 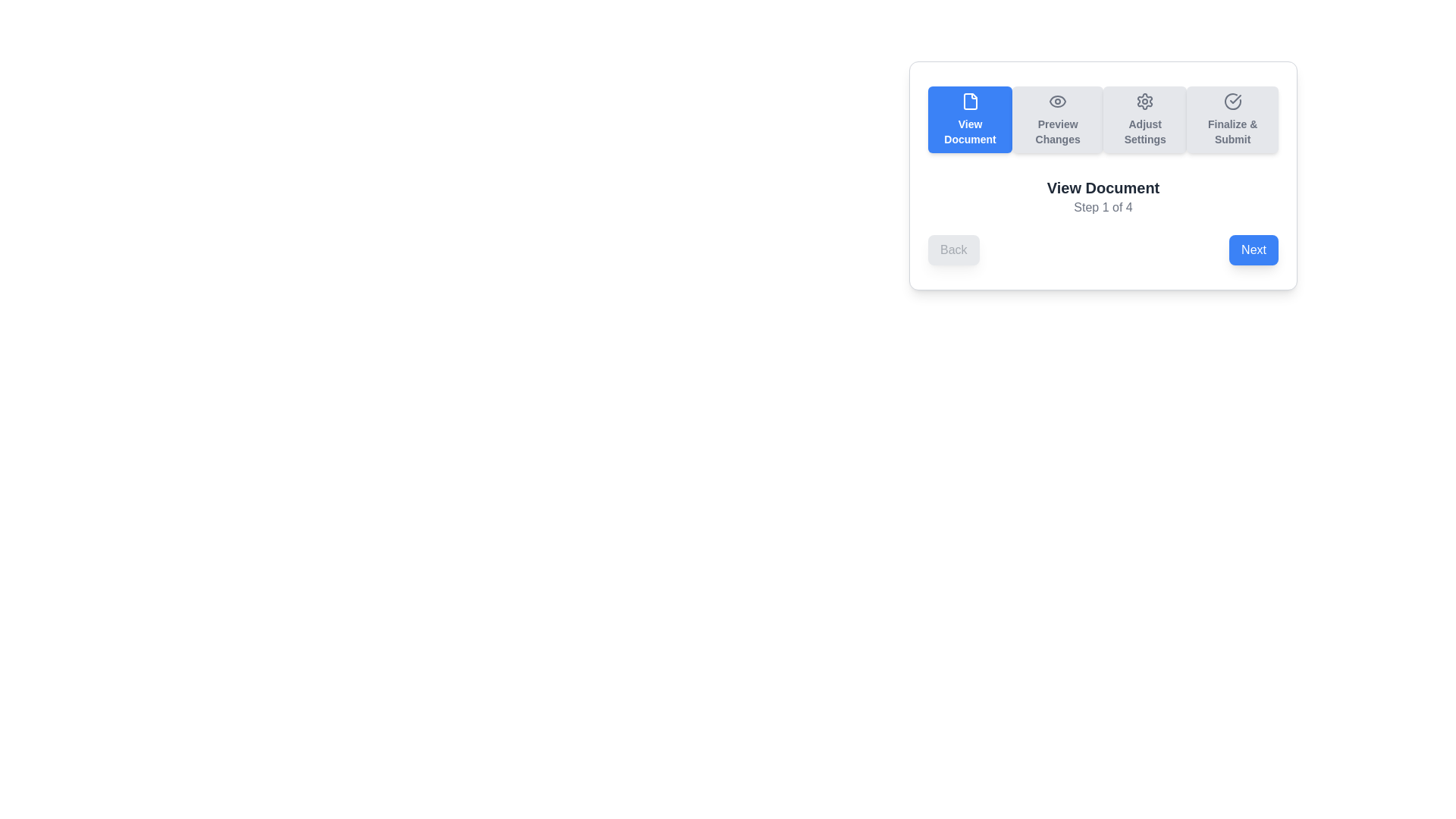 What do you see at coordinates (1253, 249) in the screenshot?
I see `the 'Next' button to navigate to the next step` at bounding box center [1253, 249].